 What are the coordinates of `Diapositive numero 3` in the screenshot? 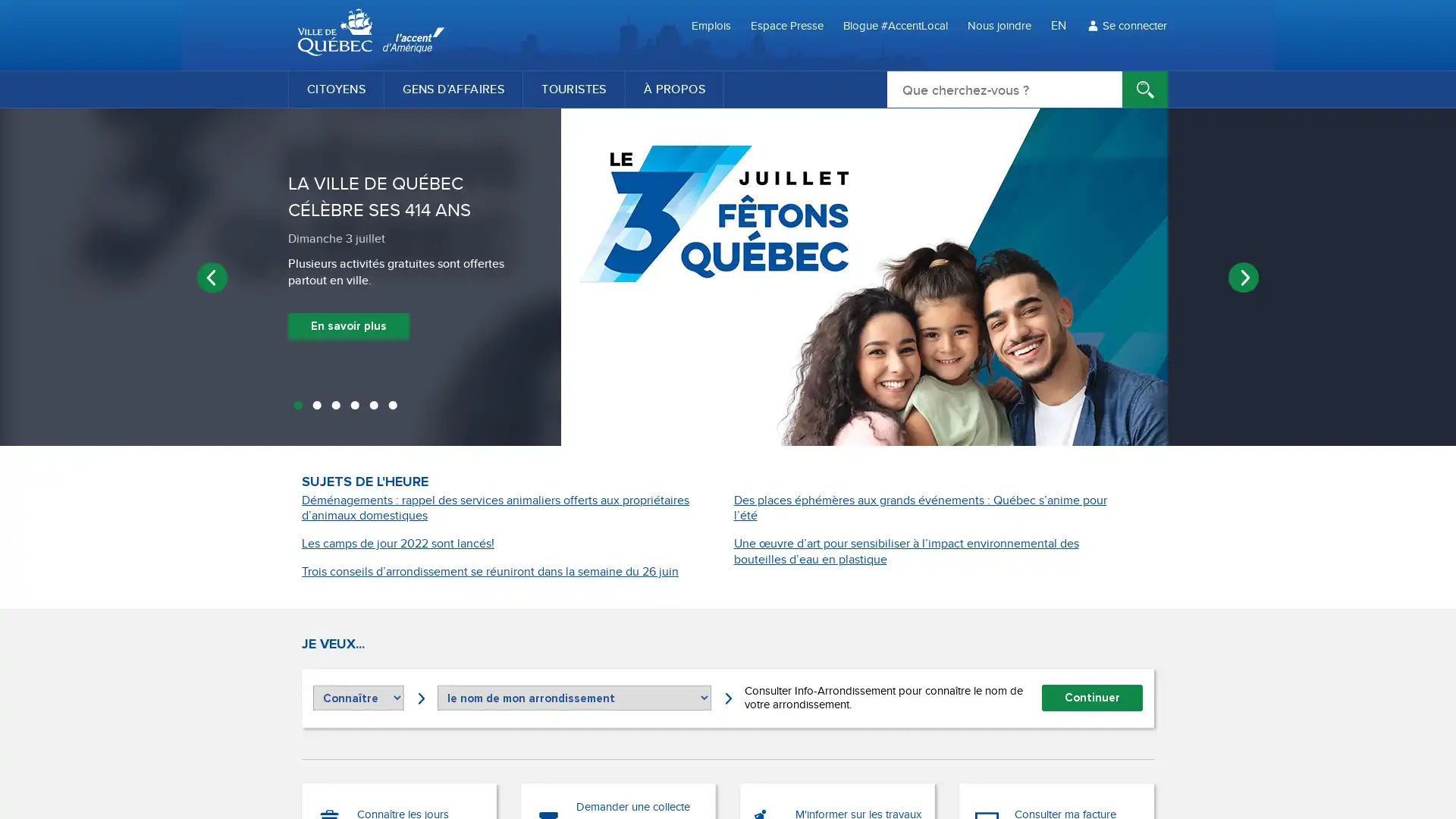 It's located at (334, 406).